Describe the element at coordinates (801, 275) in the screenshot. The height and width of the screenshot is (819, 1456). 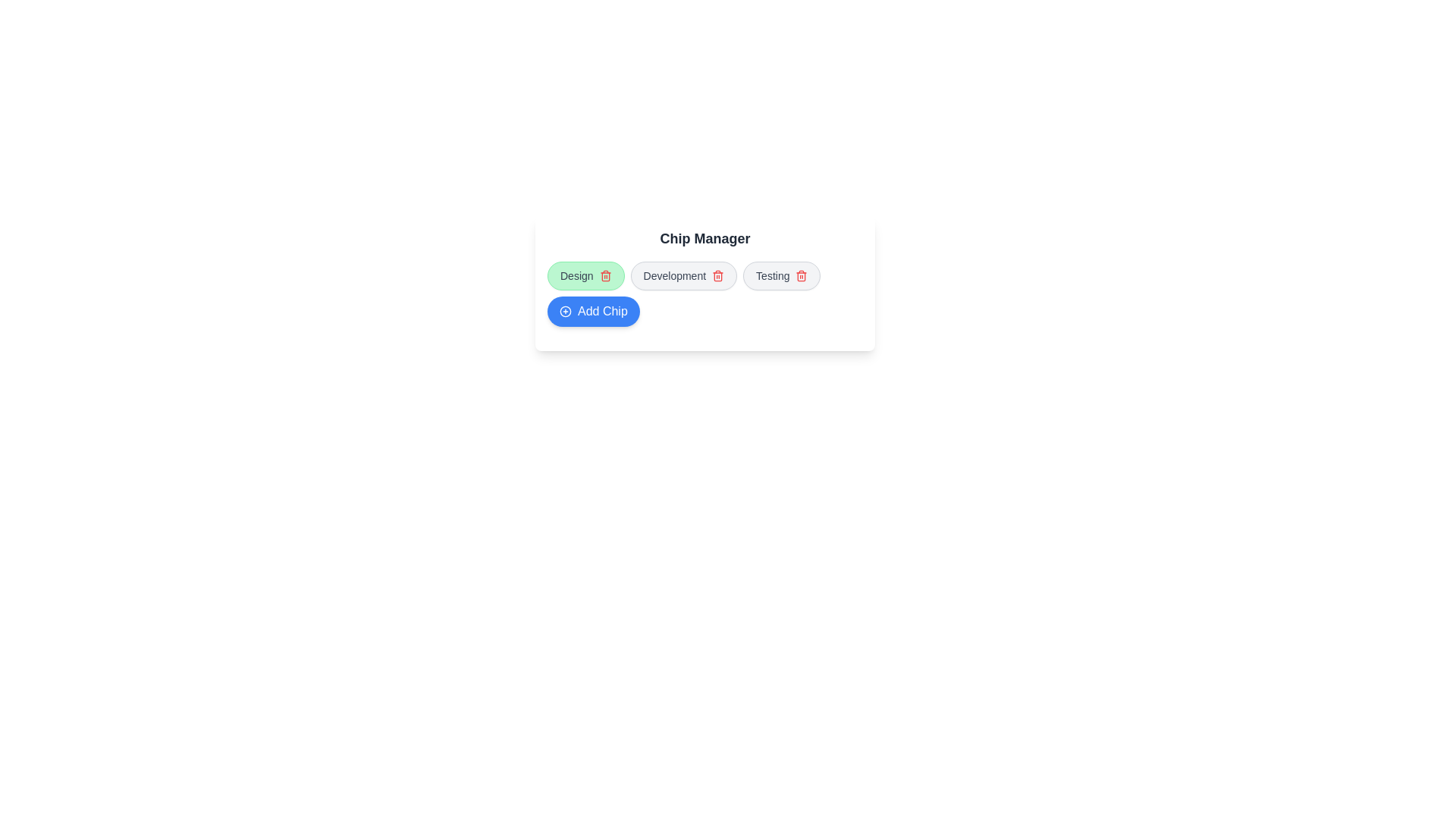
I see `delete icon of the chip labeled Testing to remove it` at that location.